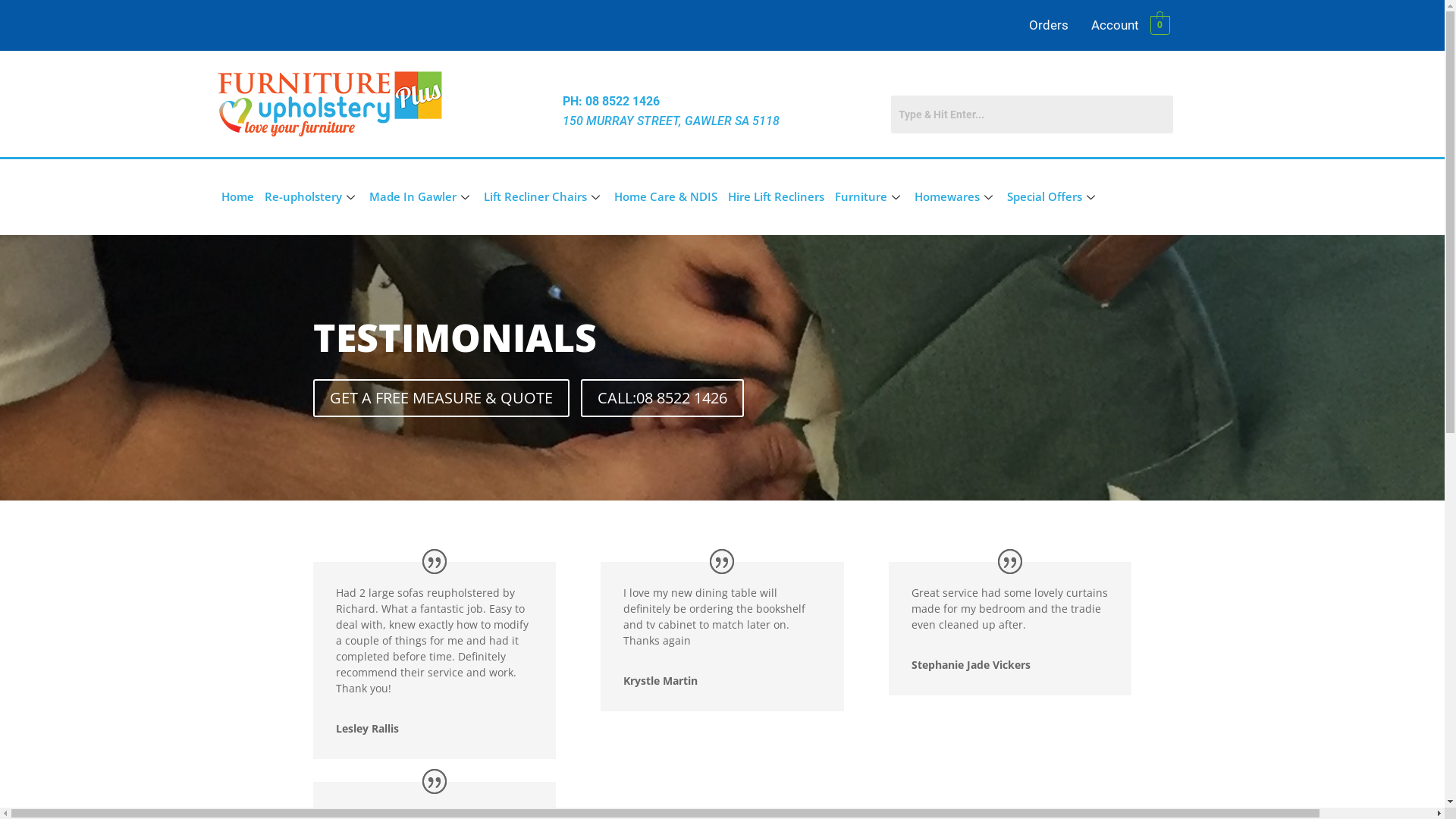 The image size is (1456, 819). I want to click on 'Home Care & NDIS', so click(665, 196).